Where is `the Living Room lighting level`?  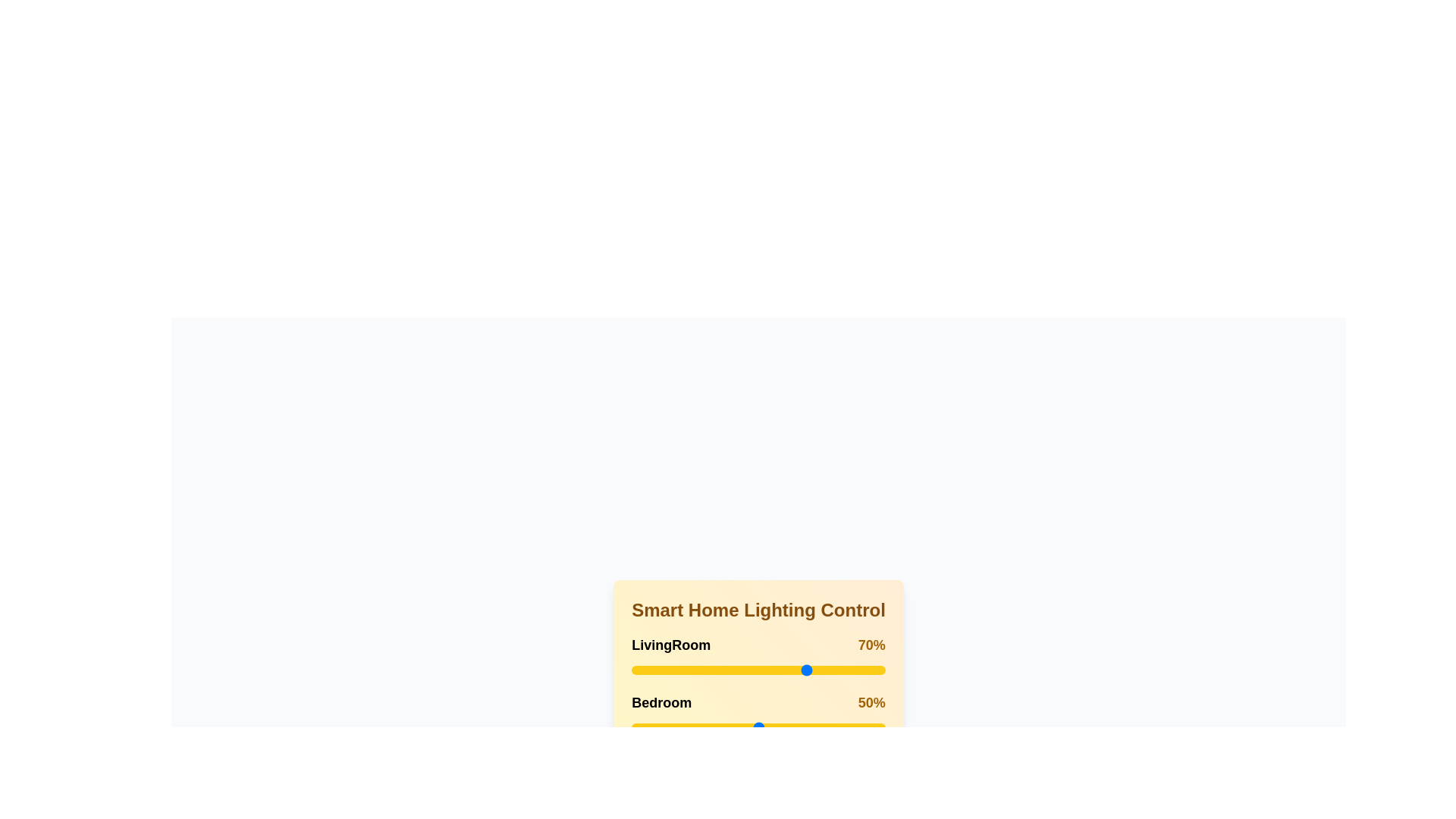 the Living Room lighting level is located at coordinates (846, 669).